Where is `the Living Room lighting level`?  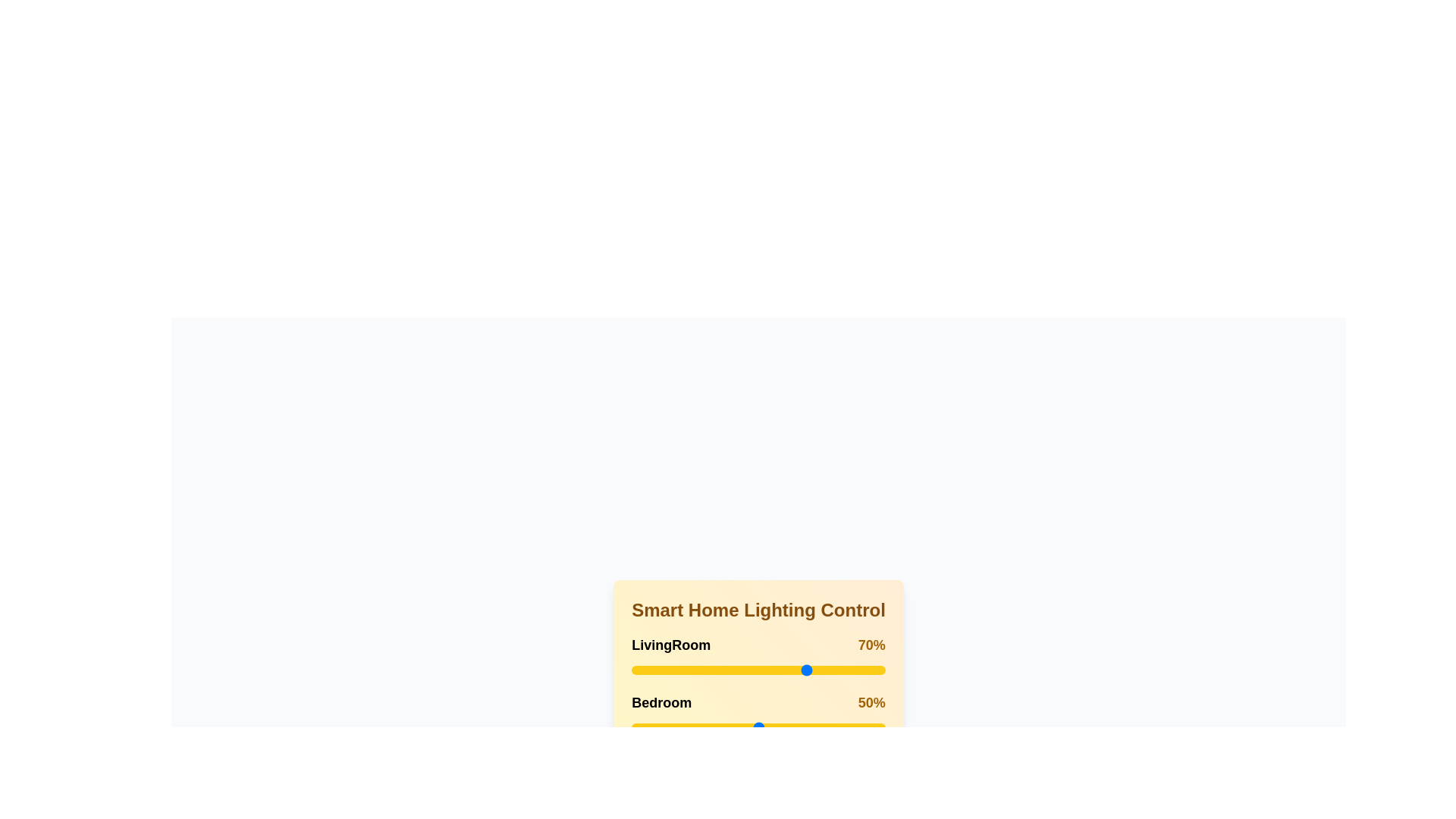 the Living Room lighting level is located at coordinates (846, 669).